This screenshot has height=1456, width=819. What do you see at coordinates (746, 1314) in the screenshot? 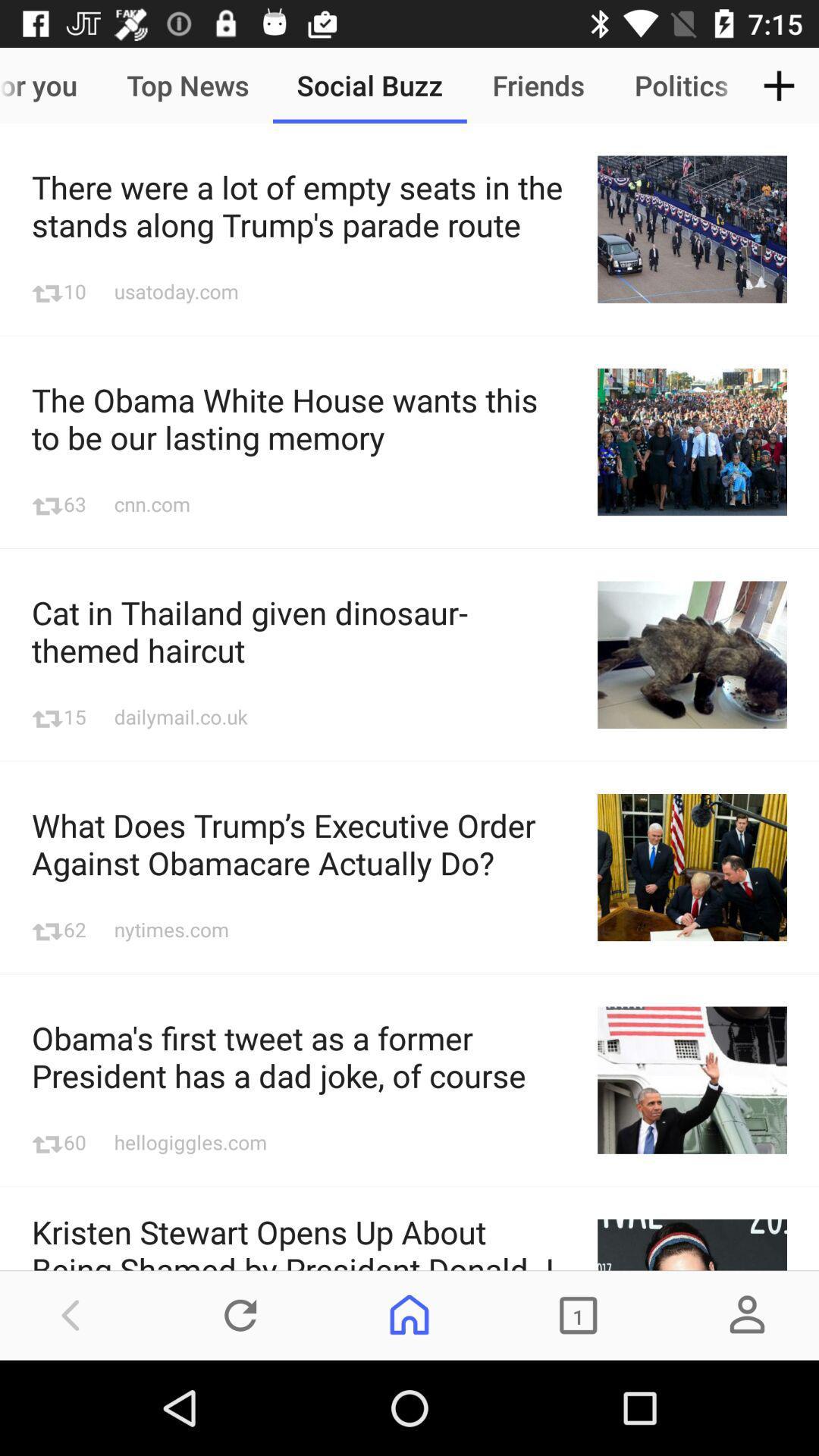
I see `the avatar icon` at bounding box center [746, 1314].